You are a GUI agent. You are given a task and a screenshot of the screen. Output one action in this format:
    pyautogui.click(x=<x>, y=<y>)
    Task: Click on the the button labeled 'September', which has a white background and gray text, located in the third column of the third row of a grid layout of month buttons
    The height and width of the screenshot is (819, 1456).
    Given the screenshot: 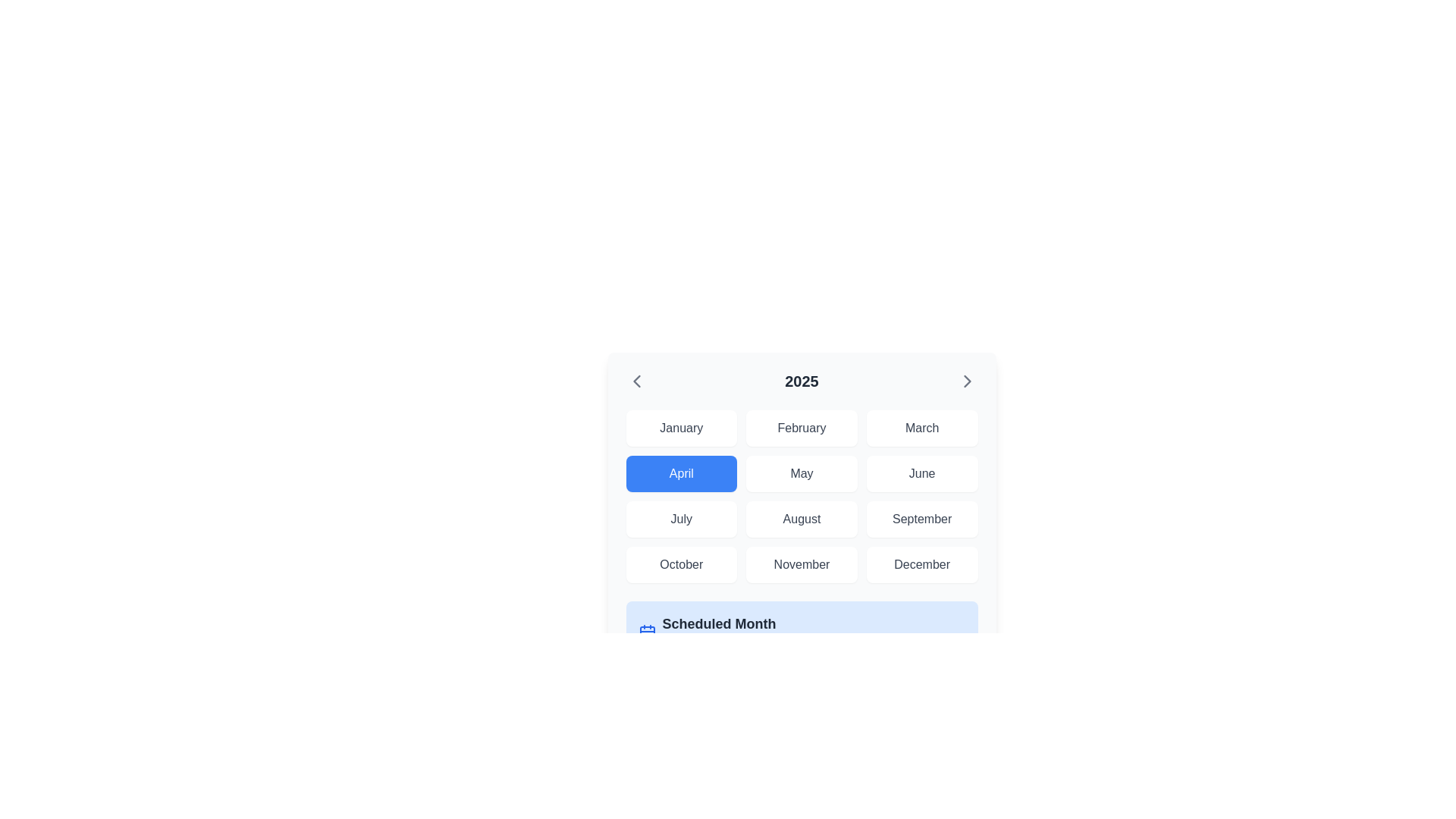 What is the action you would take?
    pyautogui.click(x=921, y=519)
    